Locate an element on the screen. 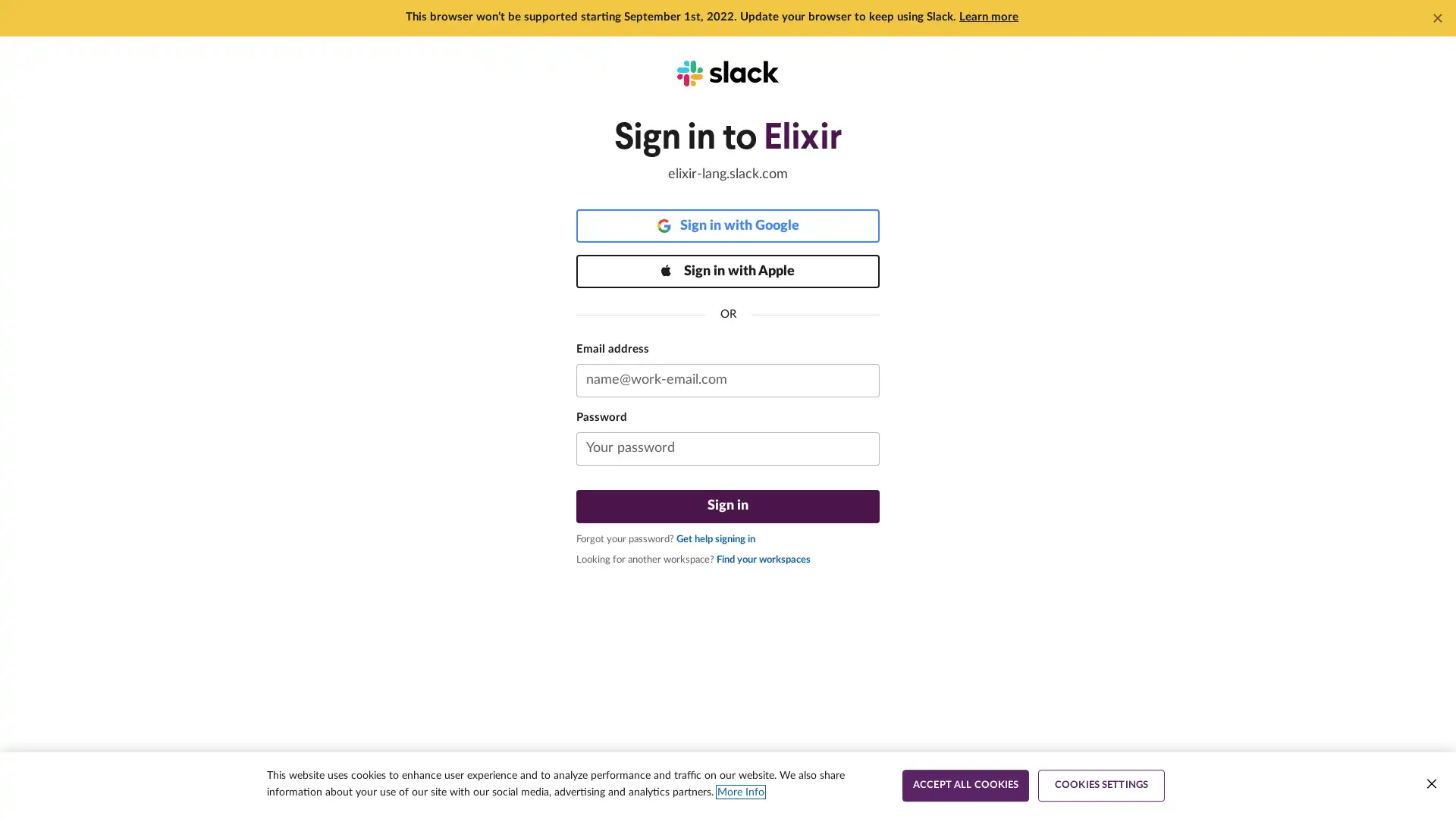 The image size is (1456, 819). Sign in with Google is located at coordinates (728, 225).